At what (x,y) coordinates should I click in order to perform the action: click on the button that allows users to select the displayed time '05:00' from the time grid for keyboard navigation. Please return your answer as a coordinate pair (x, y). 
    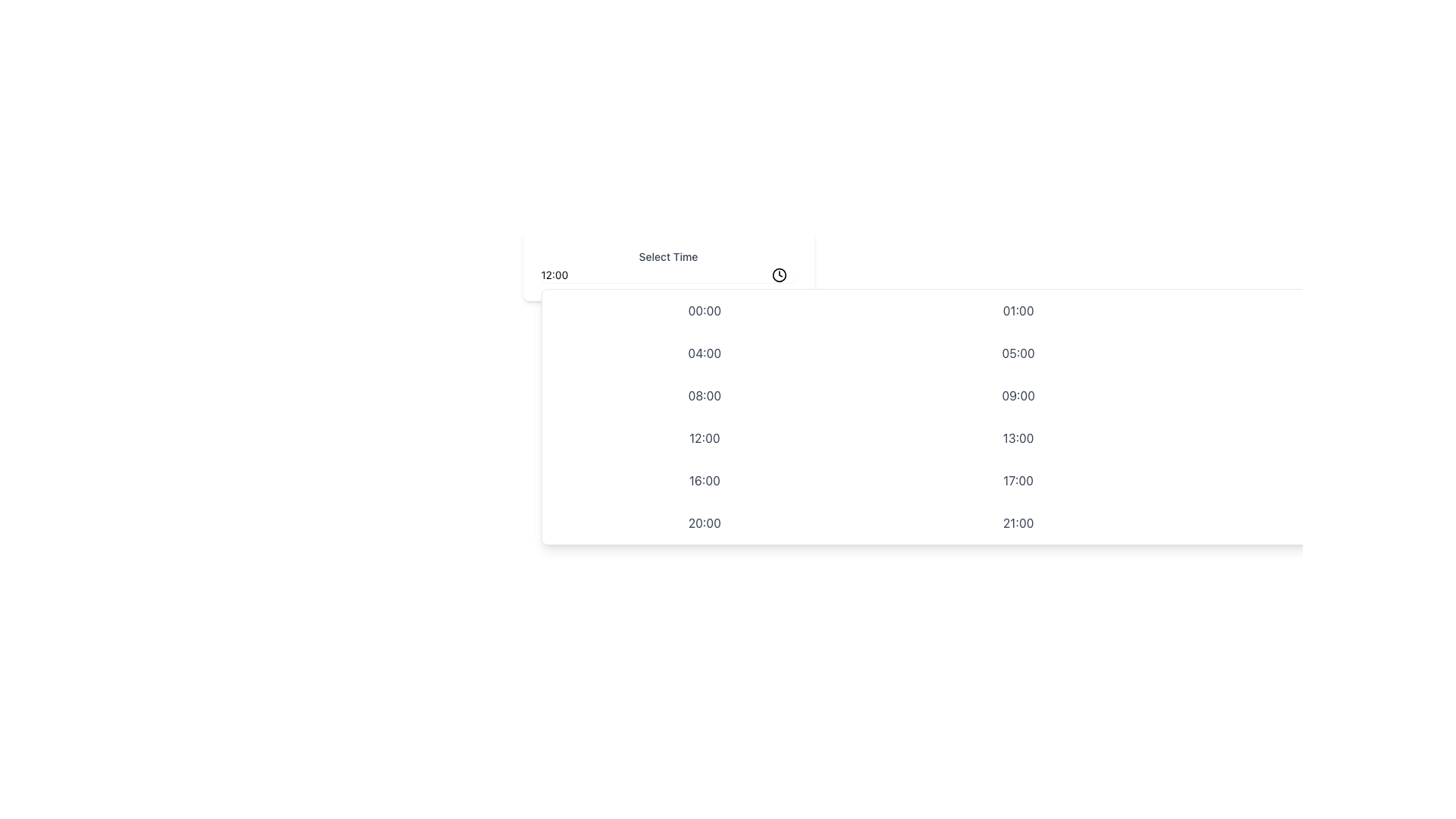
    Looking at the image, I should click on (1018, 353).